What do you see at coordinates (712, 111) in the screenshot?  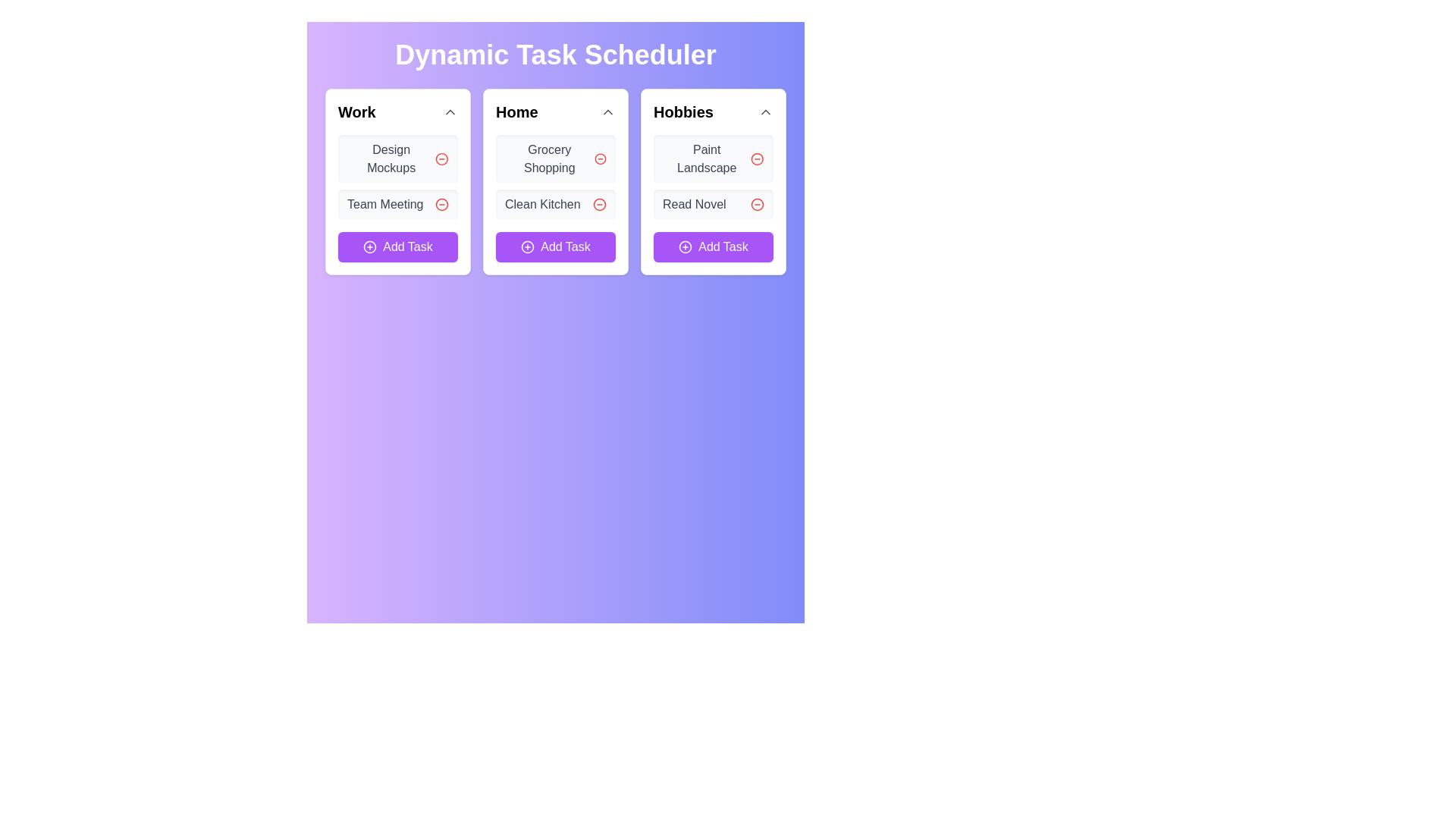 I see `the 'Hobbies' section title element` at bounding box center [712, 111].